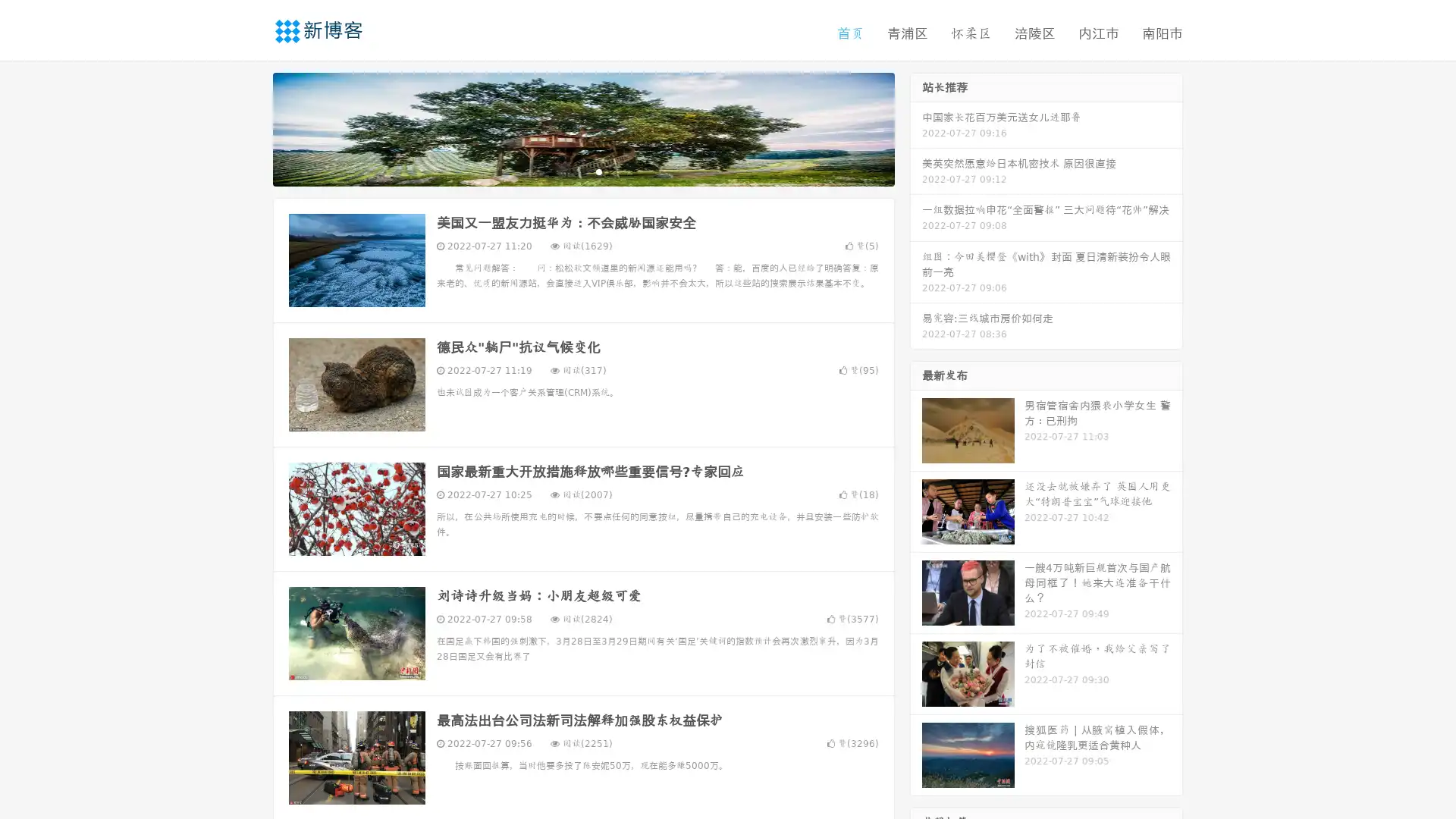 The image size is (1456, 819). Describe the element at coordinates (582, 171) in the screenshot. I see `Go to slide 2` at that location.